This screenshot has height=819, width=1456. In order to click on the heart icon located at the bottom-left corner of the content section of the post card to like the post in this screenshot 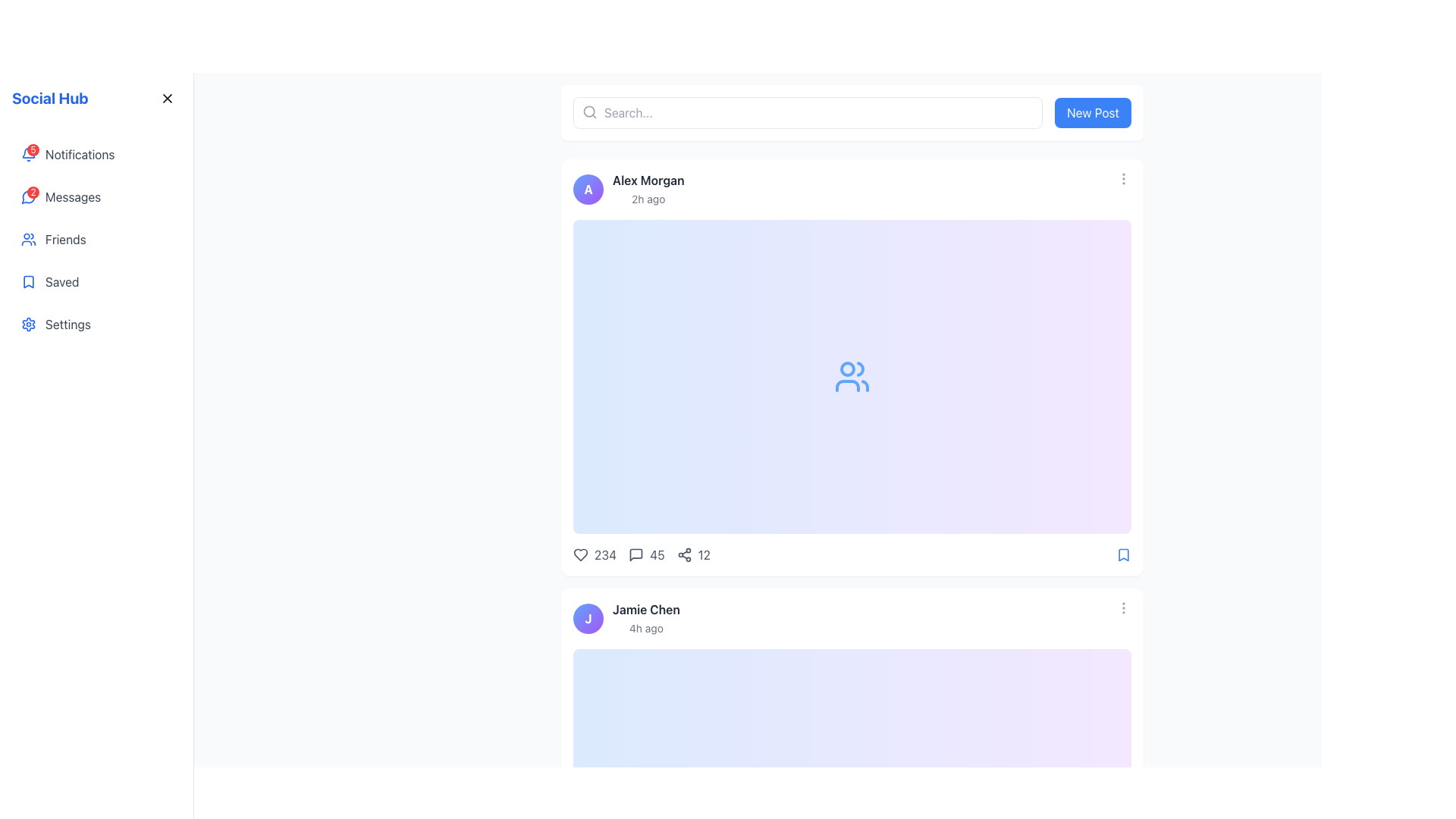, I will do `click(580, 555)`.